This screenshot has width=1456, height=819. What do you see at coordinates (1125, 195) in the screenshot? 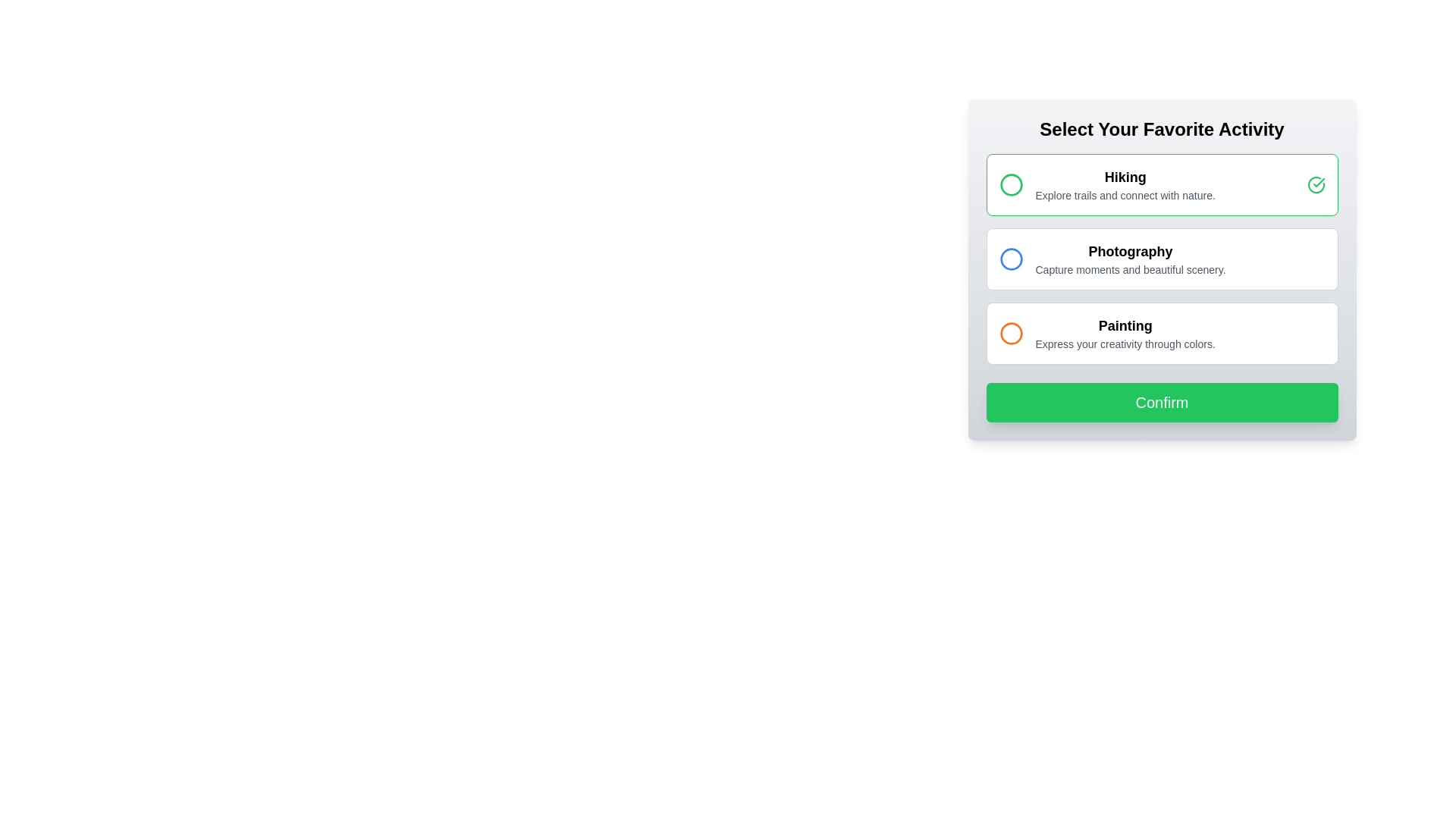
I see `the text description element providing additional information about the 'Hiking' activity, which is located below the title 'Hiking' in the highlighted activity card` at bounding box center [1125, 195].